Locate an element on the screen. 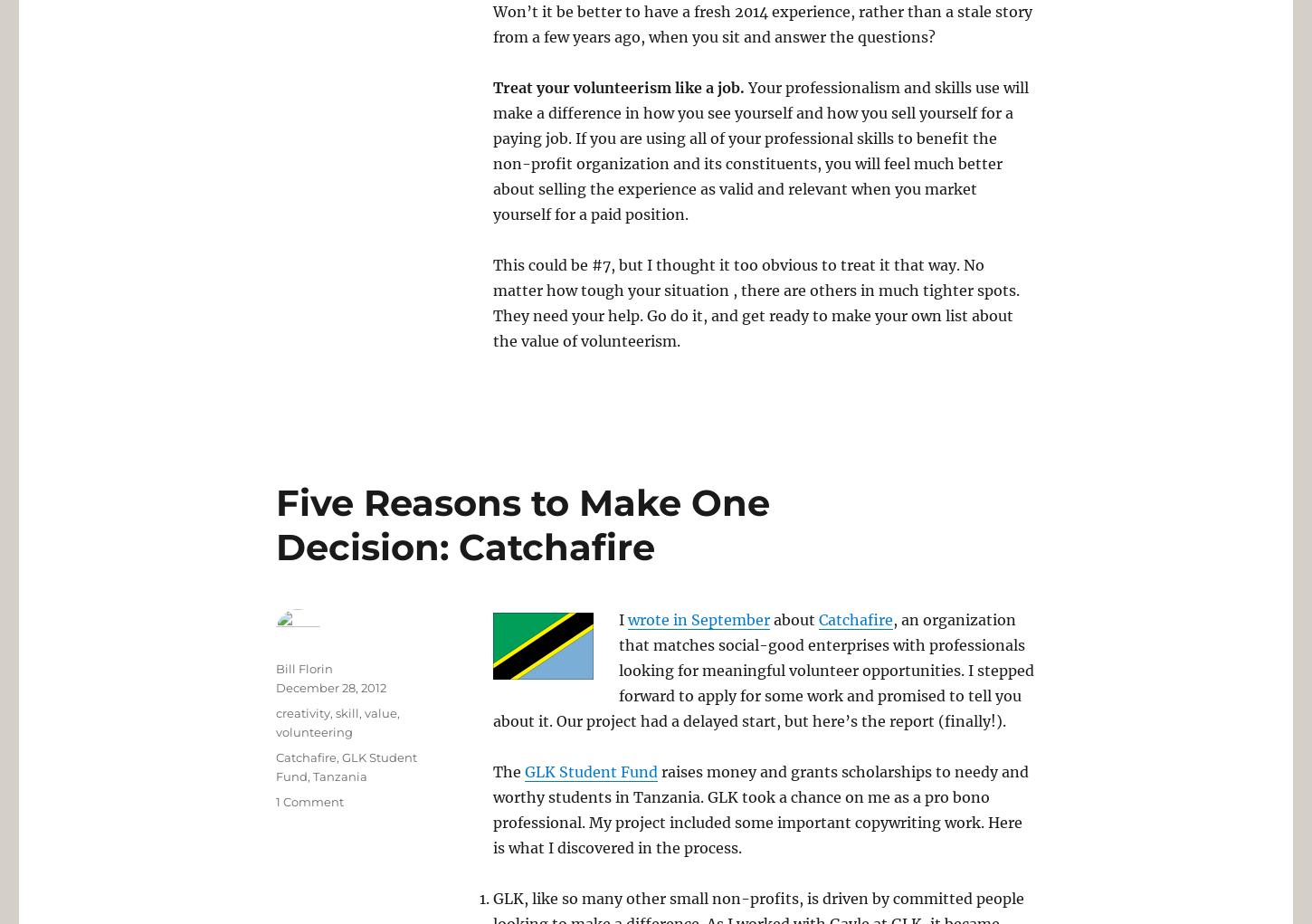 Image resolution: width=1312 pixels, height=924 pixels. 'Five Reasons to Make One Decision: Catchafire' is located at coordinates (522, 524).